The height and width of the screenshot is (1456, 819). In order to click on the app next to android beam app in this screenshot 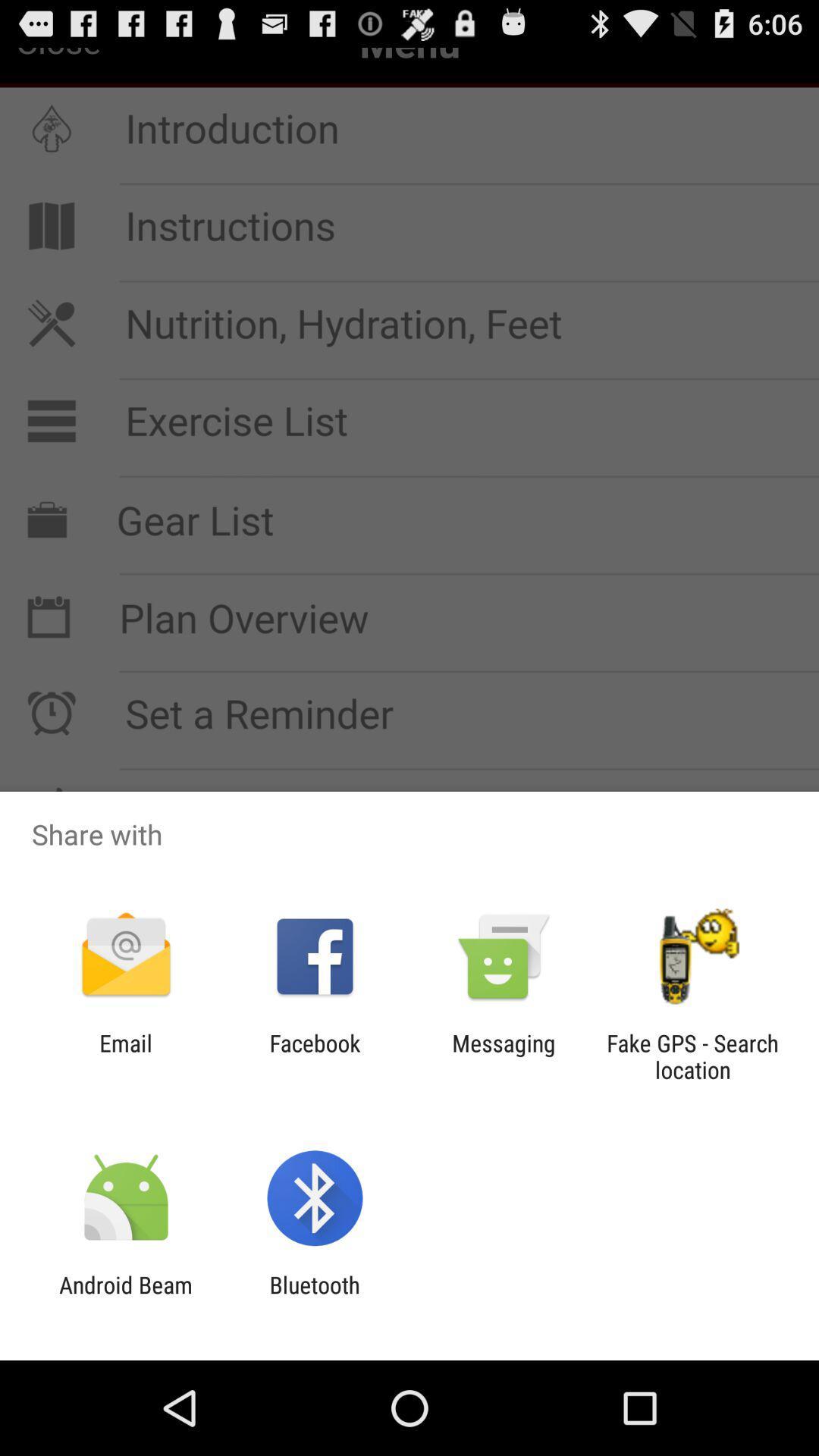, I will do `click(314, 1298)`.